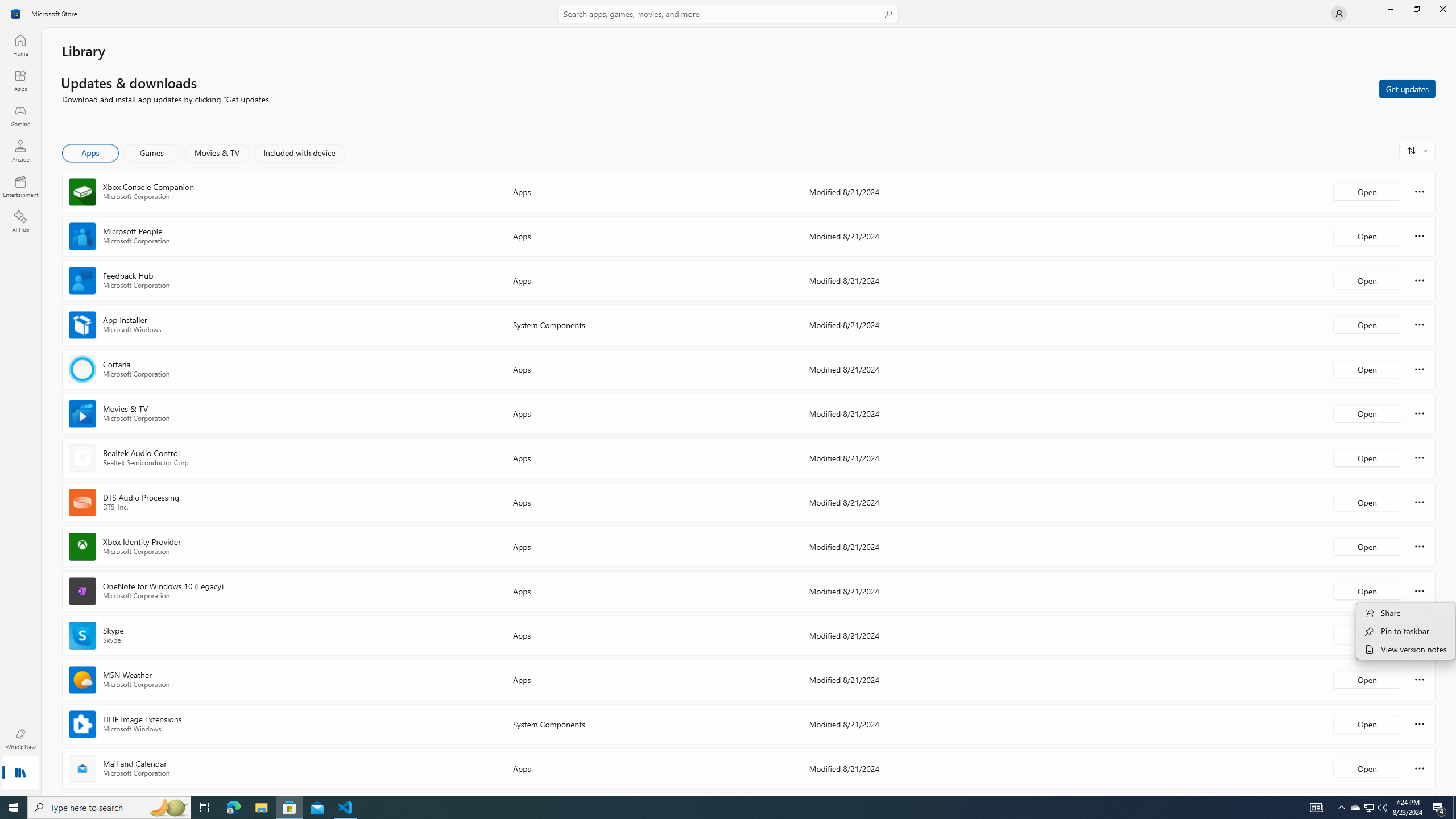 This screenshot has height=819, width=1456. I want to click on 'Home', so click(19, 44).